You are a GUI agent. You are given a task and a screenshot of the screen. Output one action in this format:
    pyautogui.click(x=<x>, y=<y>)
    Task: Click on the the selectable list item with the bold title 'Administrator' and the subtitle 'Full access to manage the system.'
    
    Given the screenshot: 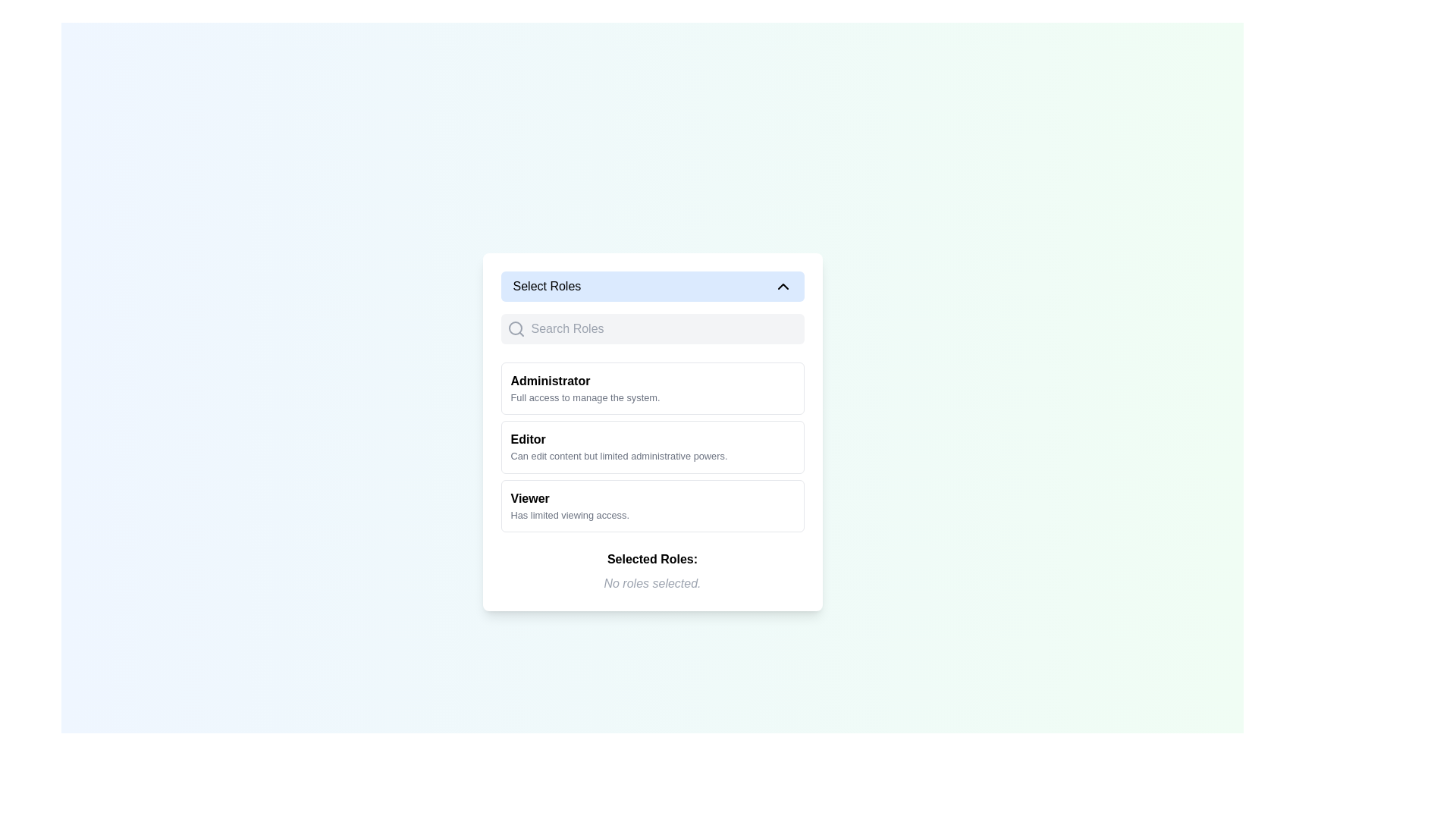 What is the action you would take?
    pyautogui.click(x=652, y=388)
    